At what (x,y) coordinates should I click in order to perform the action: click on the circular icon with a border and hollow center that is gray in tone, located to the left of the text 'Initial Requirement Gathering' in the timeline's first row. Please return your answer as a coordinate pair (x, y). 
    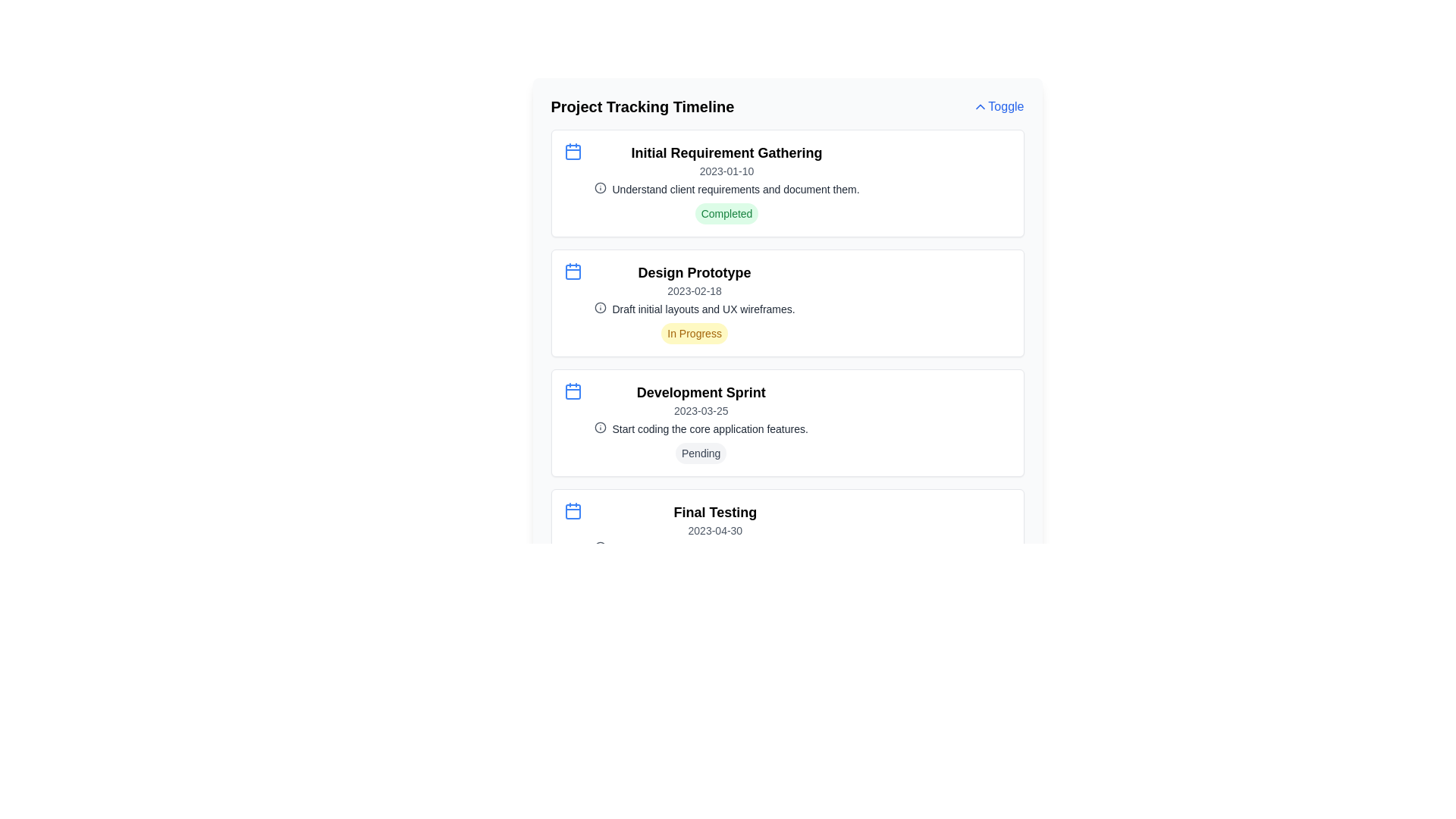
    Looking at the image, I should click on (599, 307).